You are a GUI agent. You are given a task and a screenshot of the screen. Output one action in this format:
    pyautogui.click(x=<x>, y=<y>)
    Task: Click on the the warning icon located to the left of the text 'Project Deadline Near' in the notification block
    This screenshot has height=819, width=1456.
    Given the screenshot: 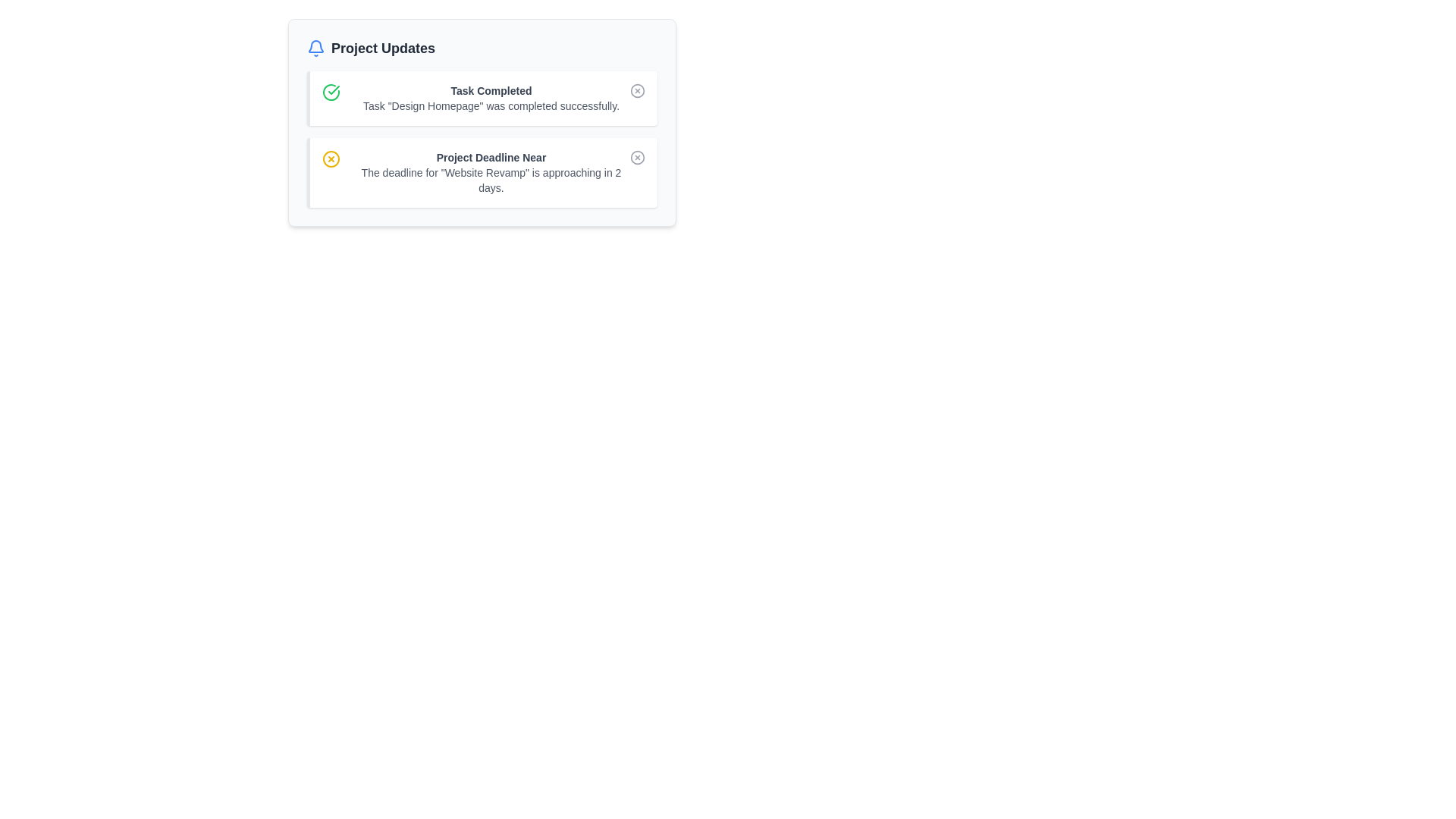 What is the action you would take?
    pyautogui.click(x=337, y=158)
    